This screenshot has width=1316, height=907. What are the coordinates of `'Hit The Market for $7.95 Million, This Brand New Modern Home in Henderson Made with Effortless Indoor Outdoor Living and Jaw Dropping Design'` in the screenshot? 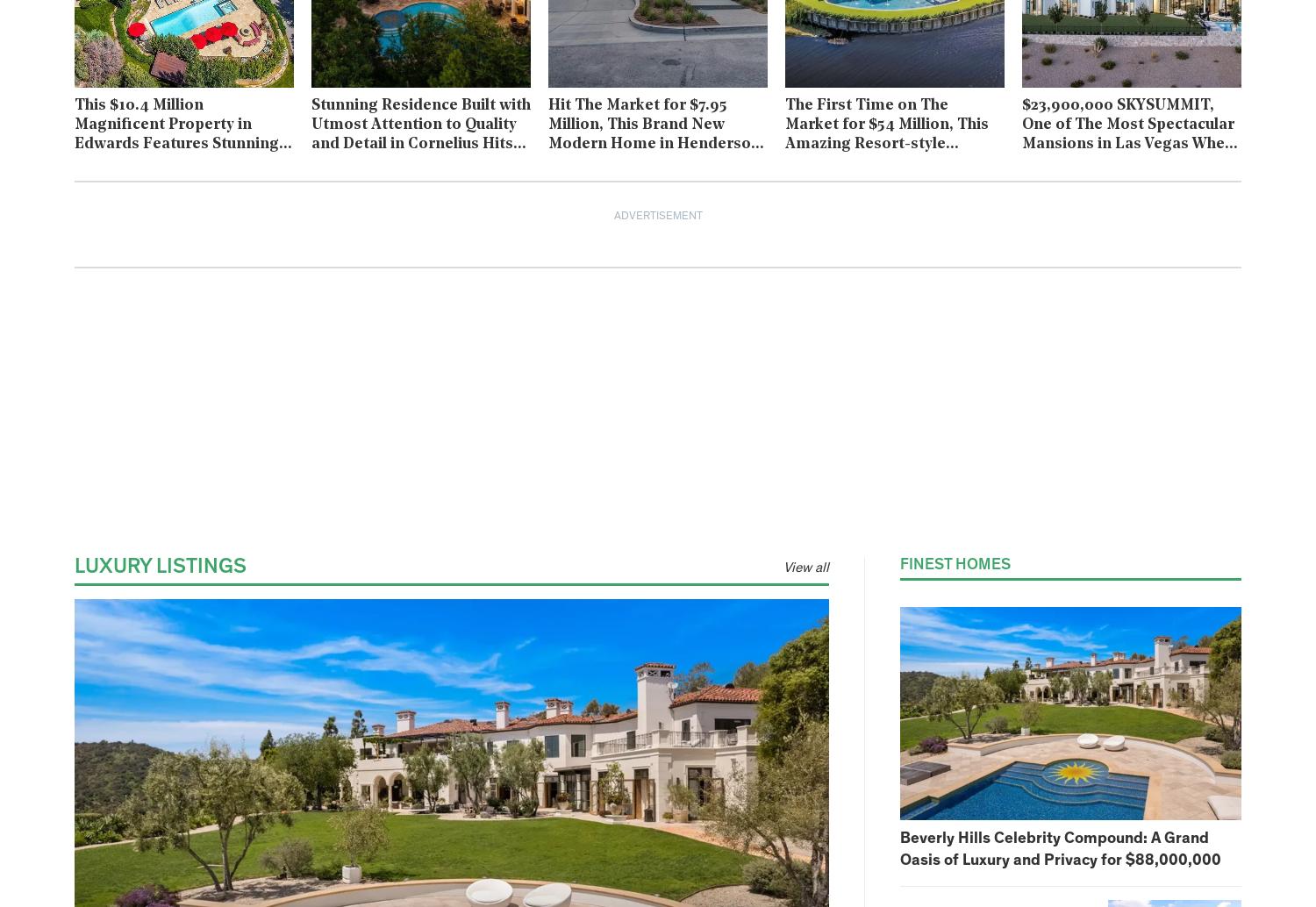 It's located at (653, 154).